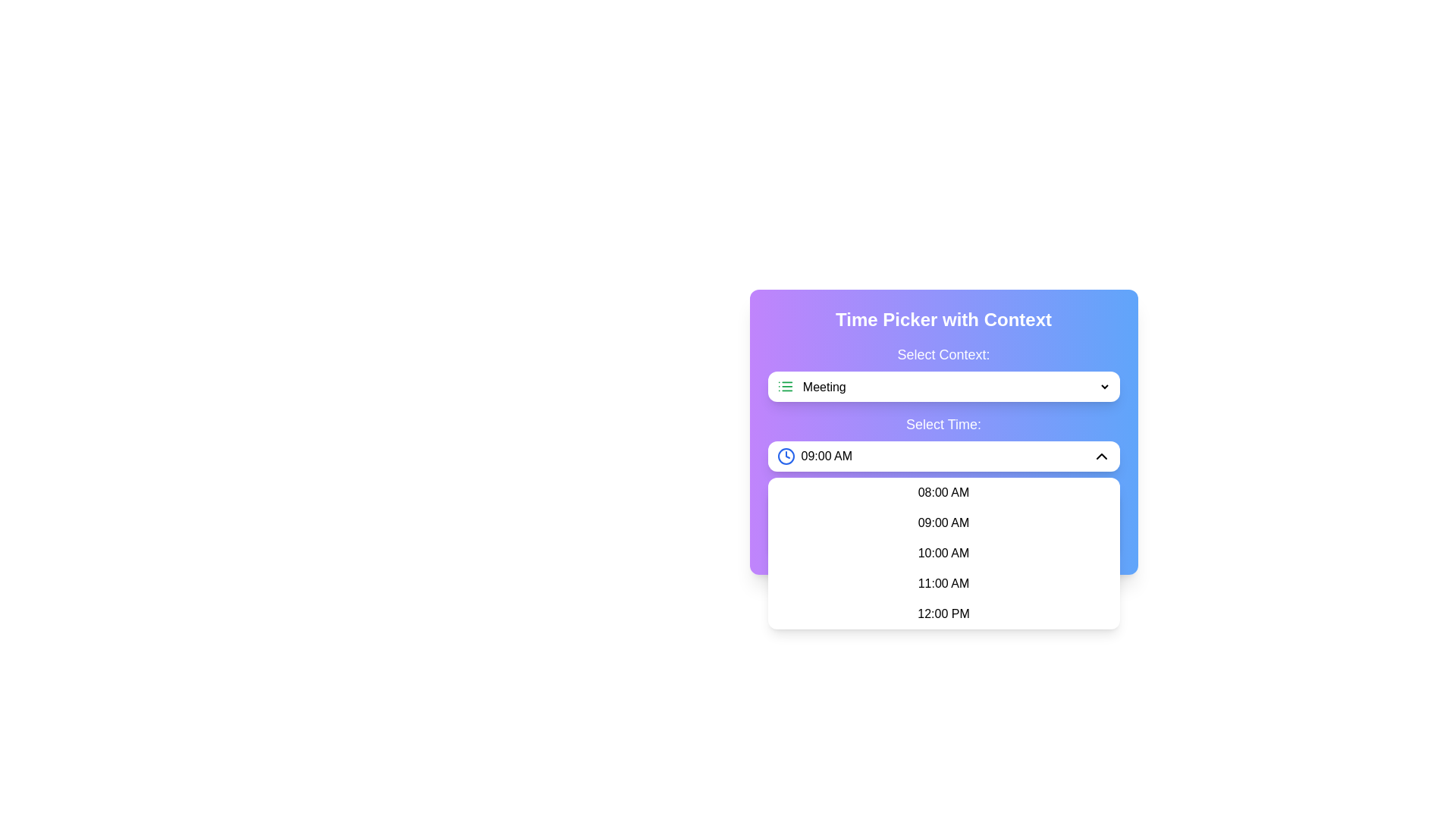 The height and width of the screenshot is (819, 1456). Describe the element at coordinates (814, 455) in the screenshot. I see `the adjacent elements next` at that location.